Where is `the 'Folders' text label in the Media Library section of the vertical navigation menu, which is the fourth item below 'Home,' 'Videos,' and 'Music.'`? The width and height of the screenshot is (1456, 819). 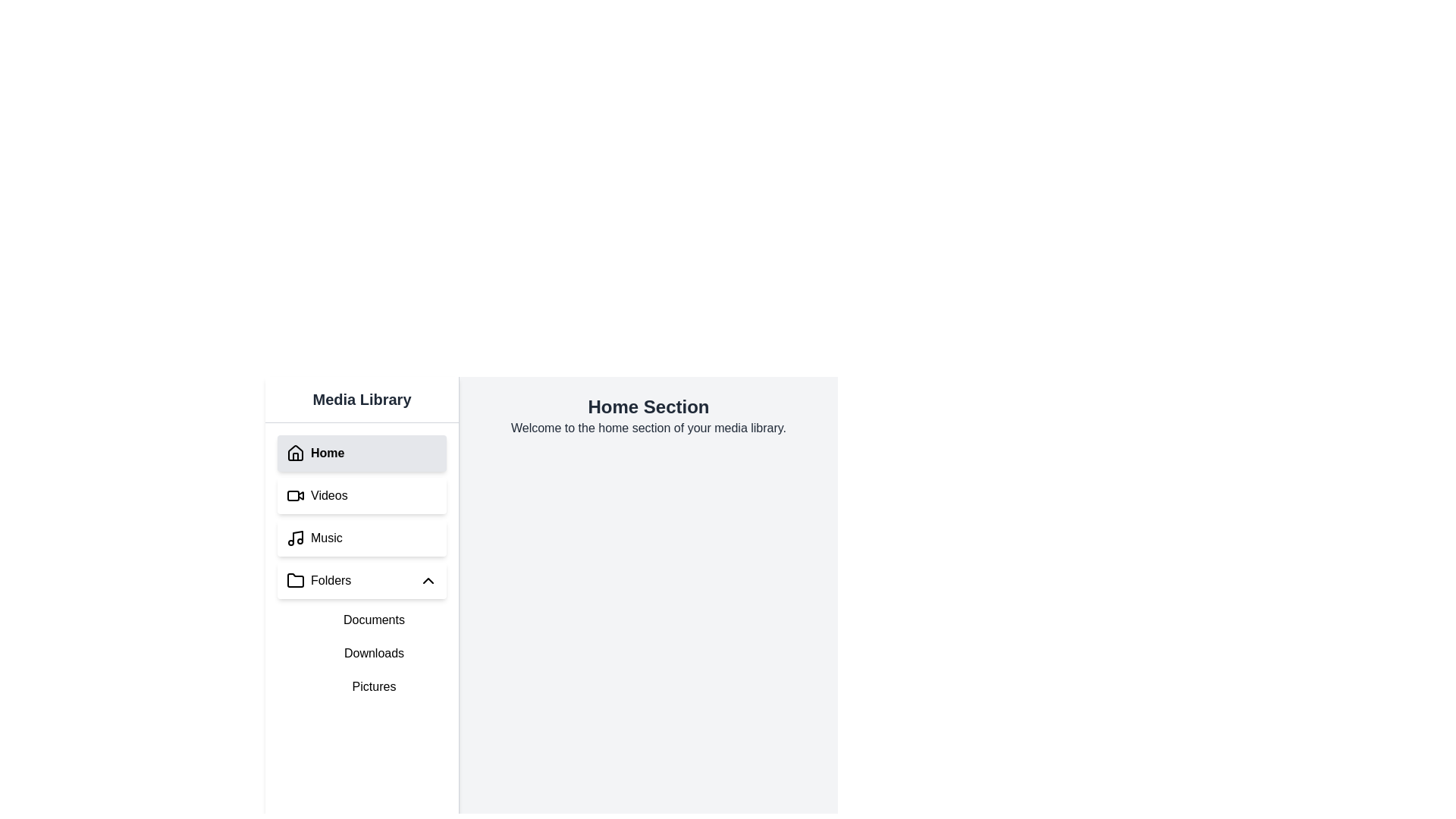 the 'Folders' text label in the Media Library section of the vertical navigation menu, which is the fourth item below 'Home,' 'Videos,' and 'Music.' is located at coordinates (330, 580).